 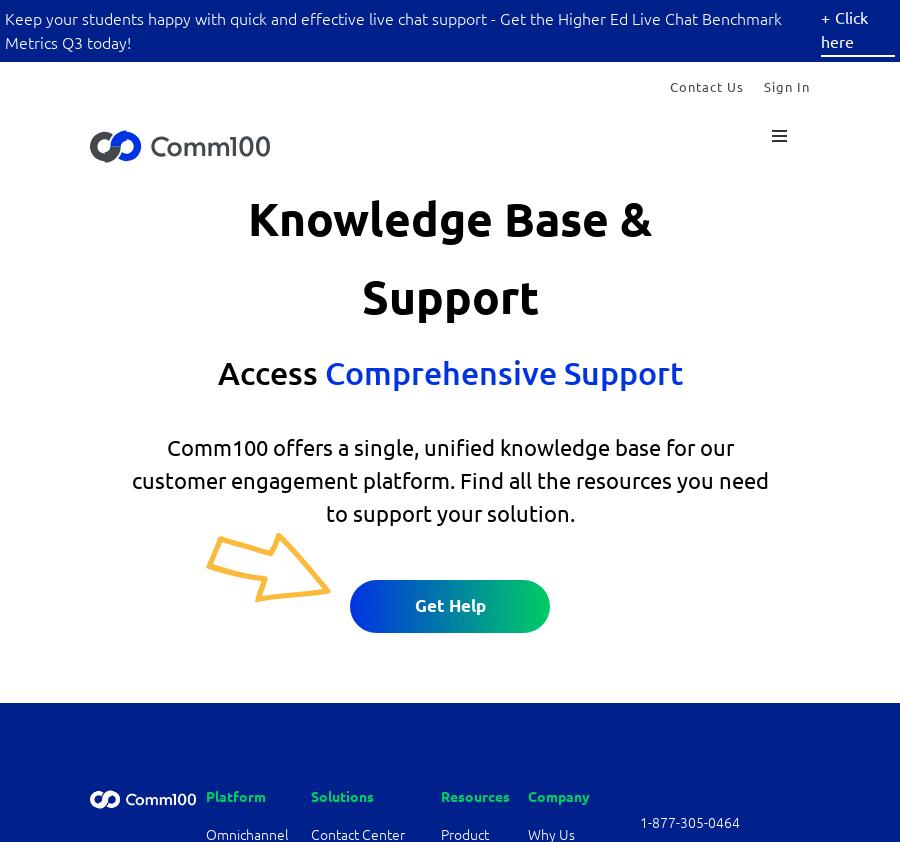 What do you see at coordinates (205, 796) in the screenshot?
I see `'Platform'` at bounding box center [205, 796].